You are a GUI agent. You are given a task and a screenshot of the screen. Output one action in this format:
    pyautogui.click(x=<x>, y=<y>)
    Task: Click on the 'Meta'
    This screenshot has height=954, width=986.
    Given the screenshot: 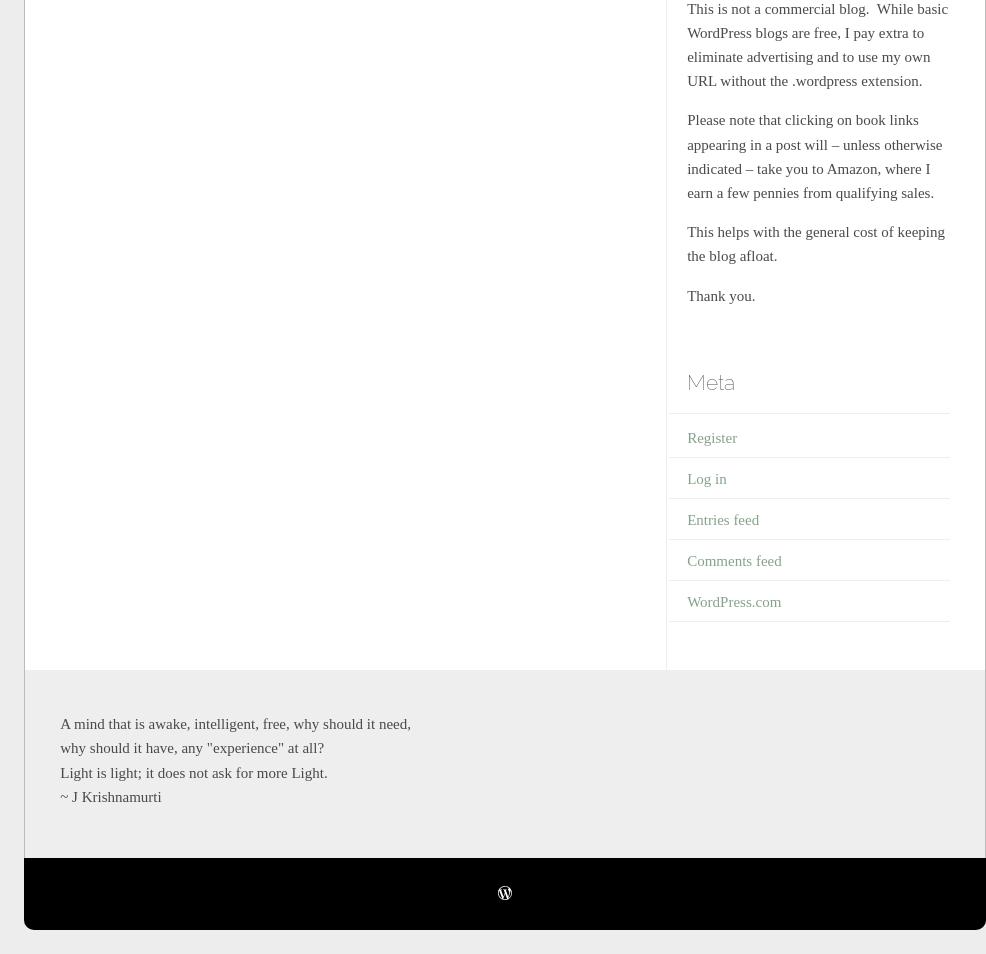 What is the action you would take?
    pyautogui.click(x=710, y=382)
    